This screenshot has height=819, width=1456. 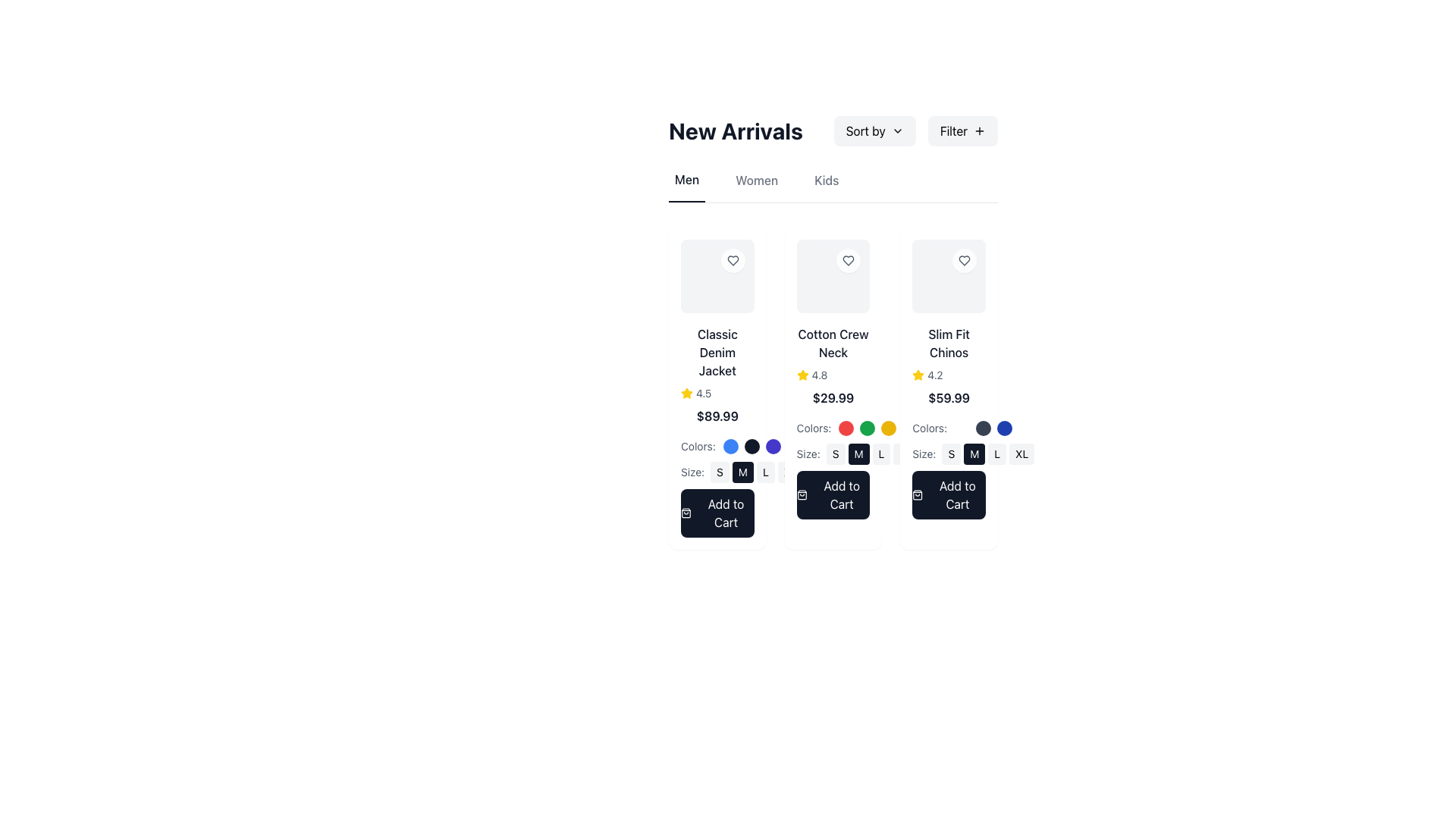 What do you see at coordinates (692, 471) in the screenshot?
I see `the text label displaying 'Size:' in gray color within the product card for the first clothing item in the 'New Arrivals' section` at bounding box center [692, 471].